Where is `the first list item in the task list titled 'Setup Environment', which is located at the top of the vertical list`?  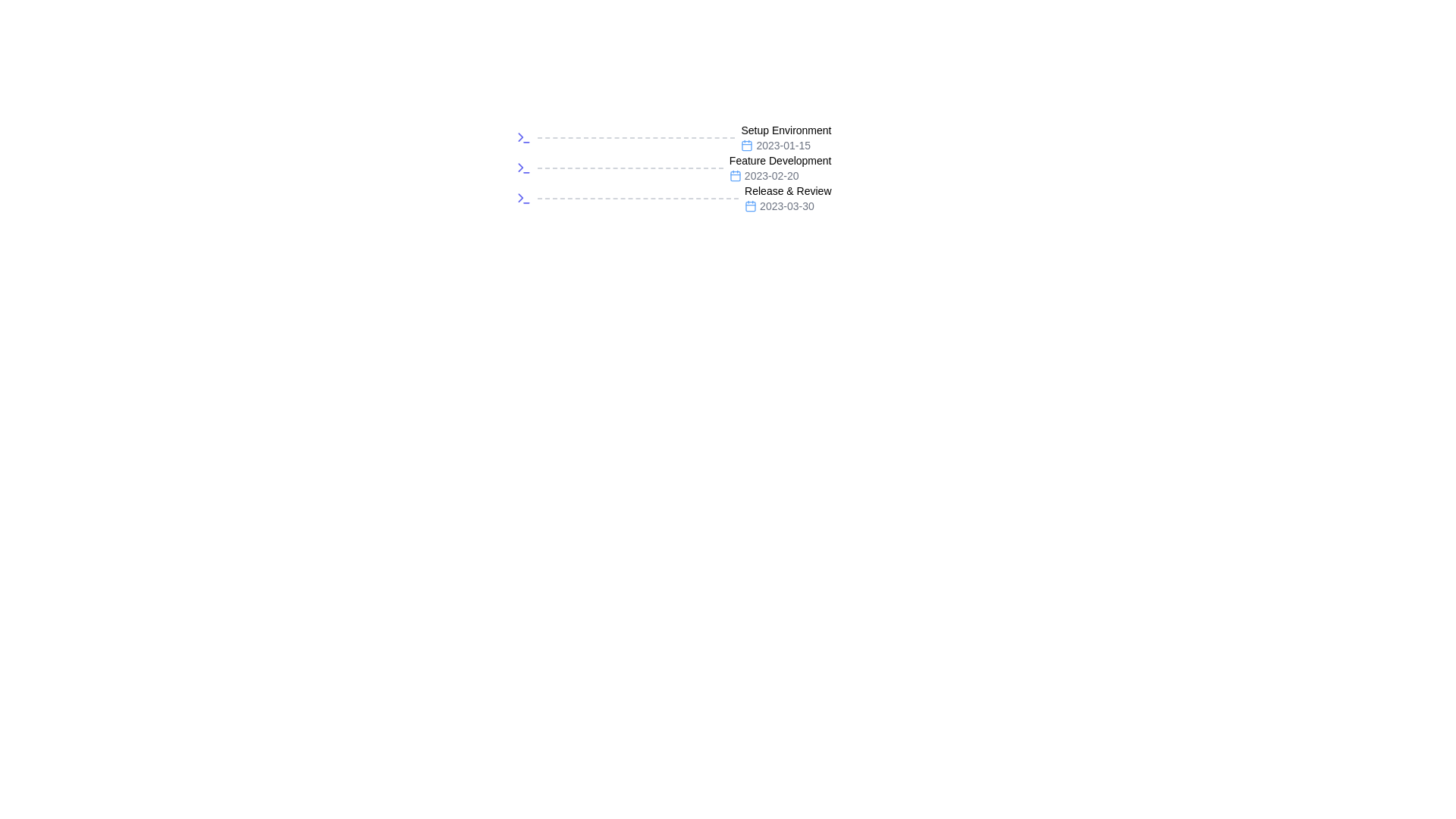 the first list item in the task list titled 'Setup Environment', which is located at the top of the vertical list is located at coordinates (673, 137).